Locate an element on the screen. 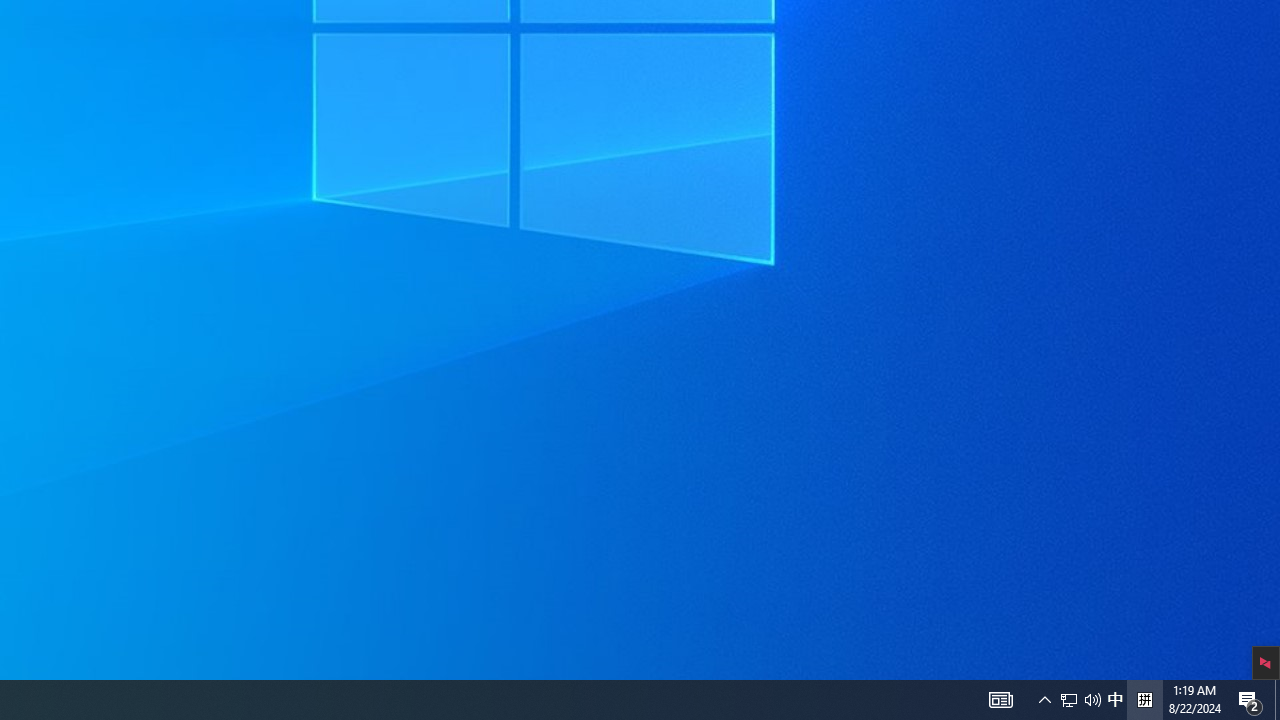  'Q2790: 100%' is located at coordinates (1068, 698).